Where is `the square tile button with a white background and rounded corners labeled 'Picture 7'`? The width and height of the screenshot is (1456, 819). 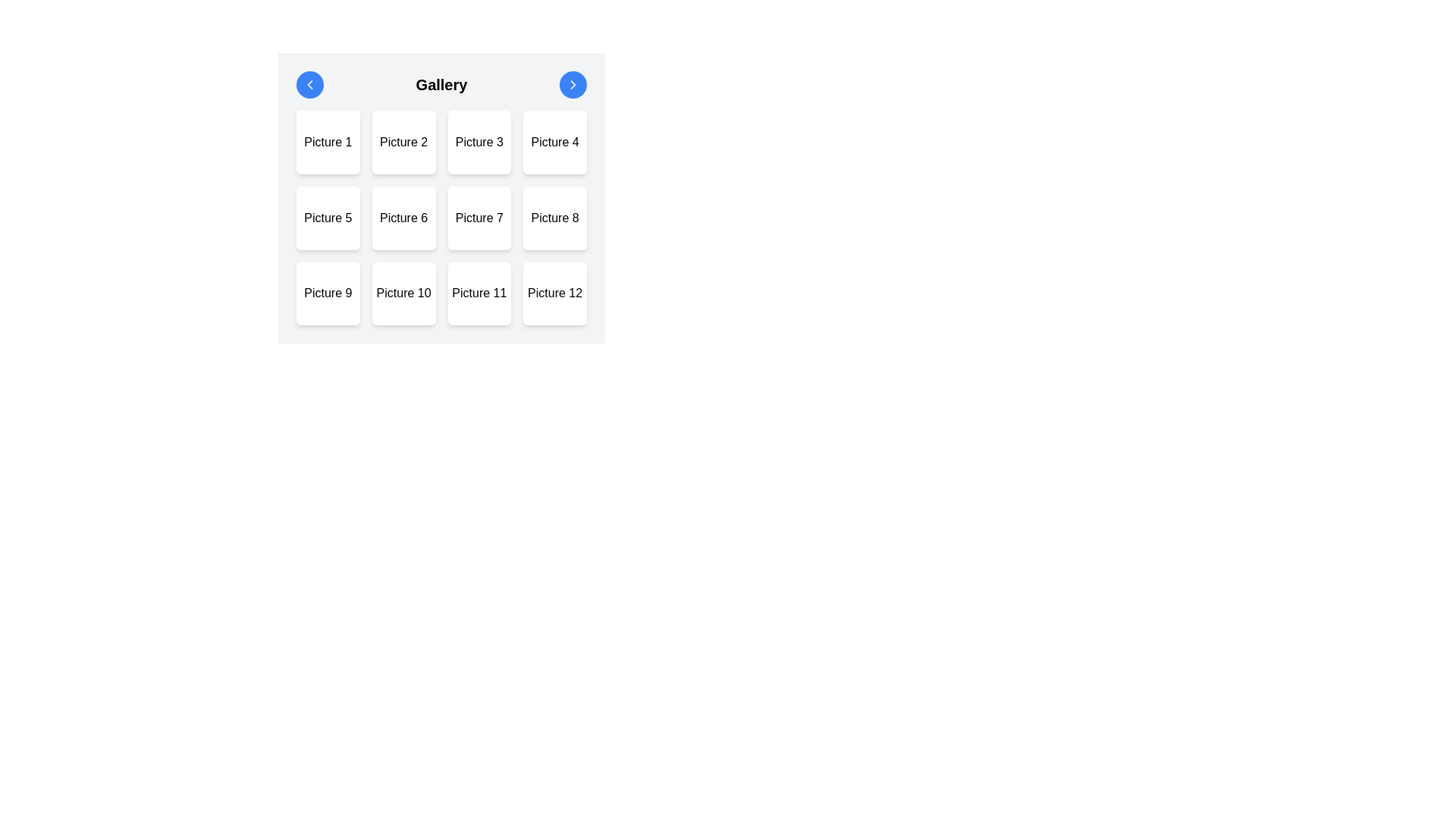 the square tile button with a white background and rounded corners labeled 'Picture 7' is located at coordinates (479, 218).